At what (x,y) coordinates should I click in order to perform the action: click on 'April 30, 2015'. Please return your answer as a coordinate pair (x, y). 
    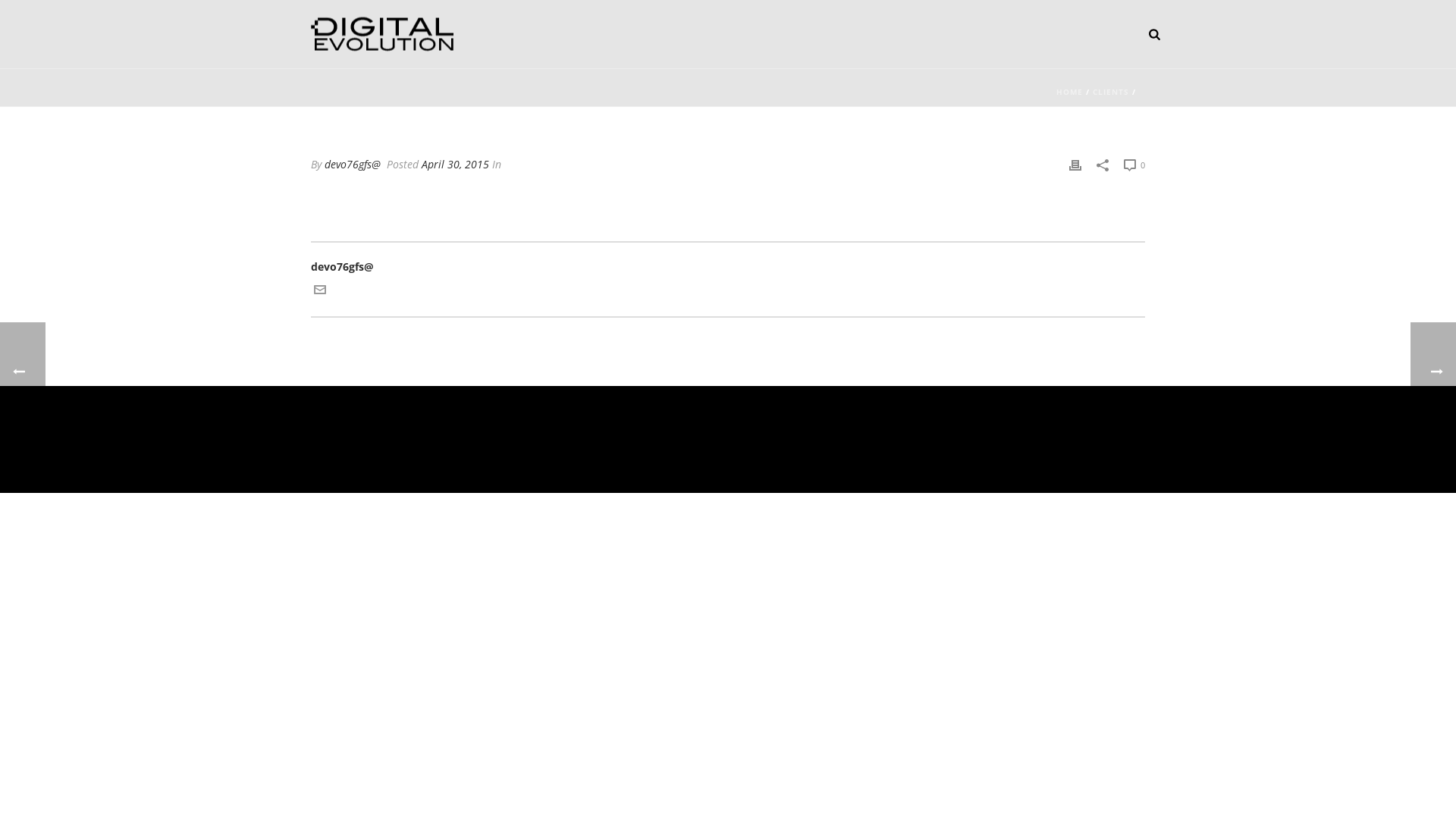
    Looking at the image, I should click on (454, 164).